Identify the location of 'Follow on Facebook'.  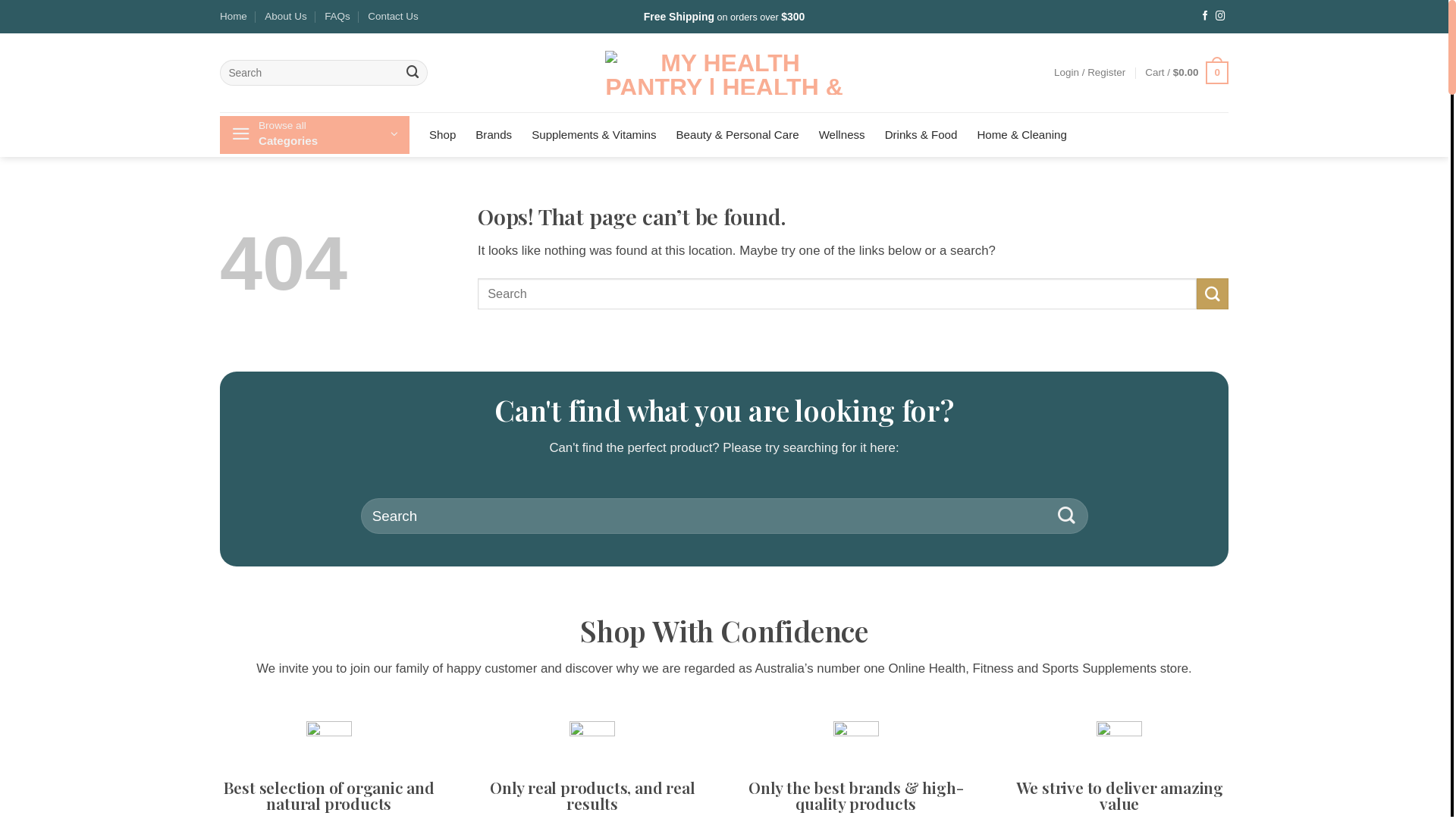
(1200, 17).